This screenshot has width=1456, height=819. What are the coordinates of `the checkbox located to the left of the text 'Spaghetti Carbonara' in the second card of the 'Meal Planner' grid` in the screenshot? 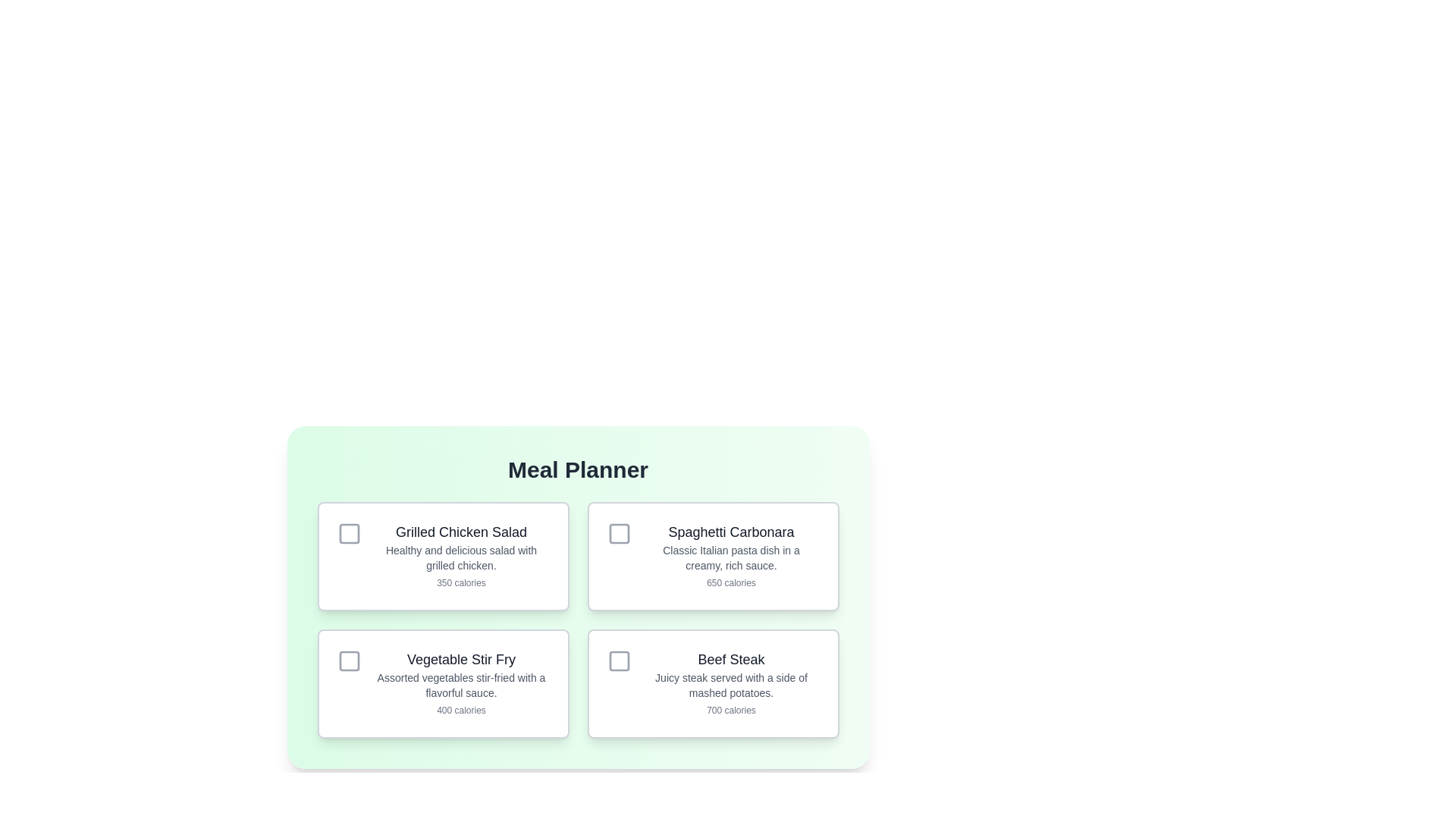 It's located at (619, 533).